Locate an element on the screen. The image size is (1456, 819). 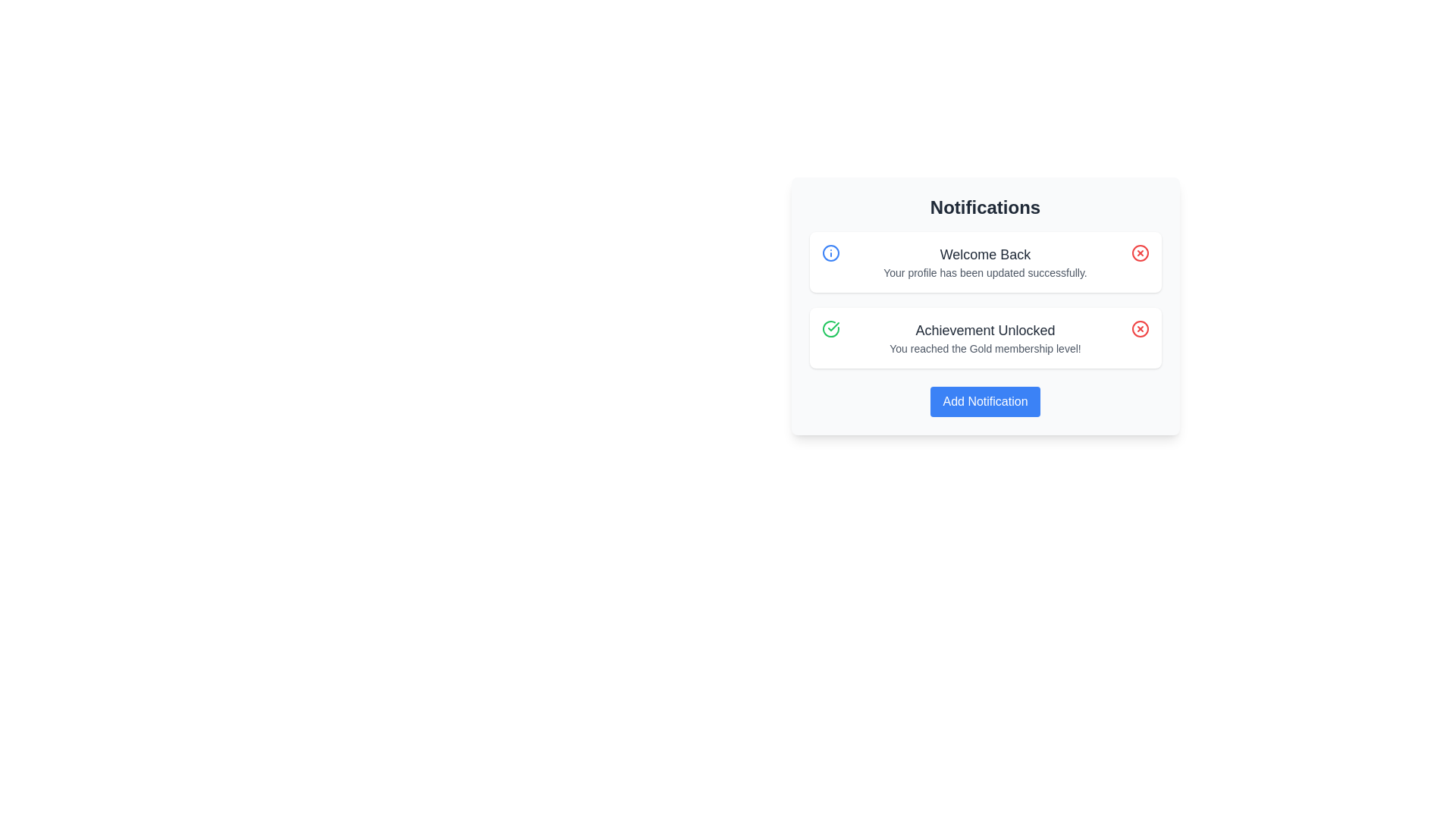
the icon representing a successful action in the second notification item, located to the left of the text 'Achievement Unlocked' is located at coordinates (830, 328).